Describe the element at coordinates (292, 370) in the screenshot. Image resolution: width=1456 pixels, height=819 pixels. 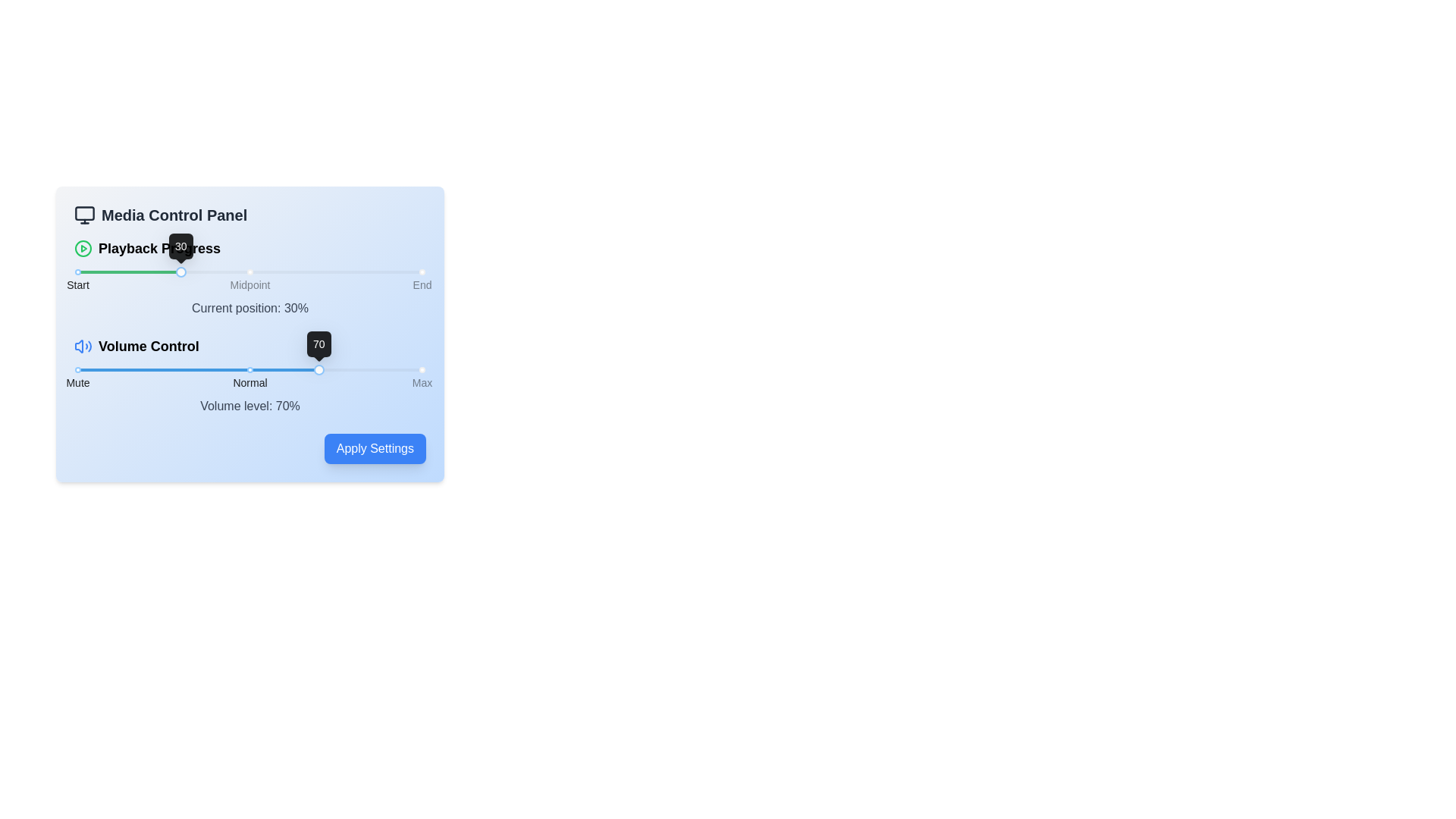
I see `the volume` at that location.